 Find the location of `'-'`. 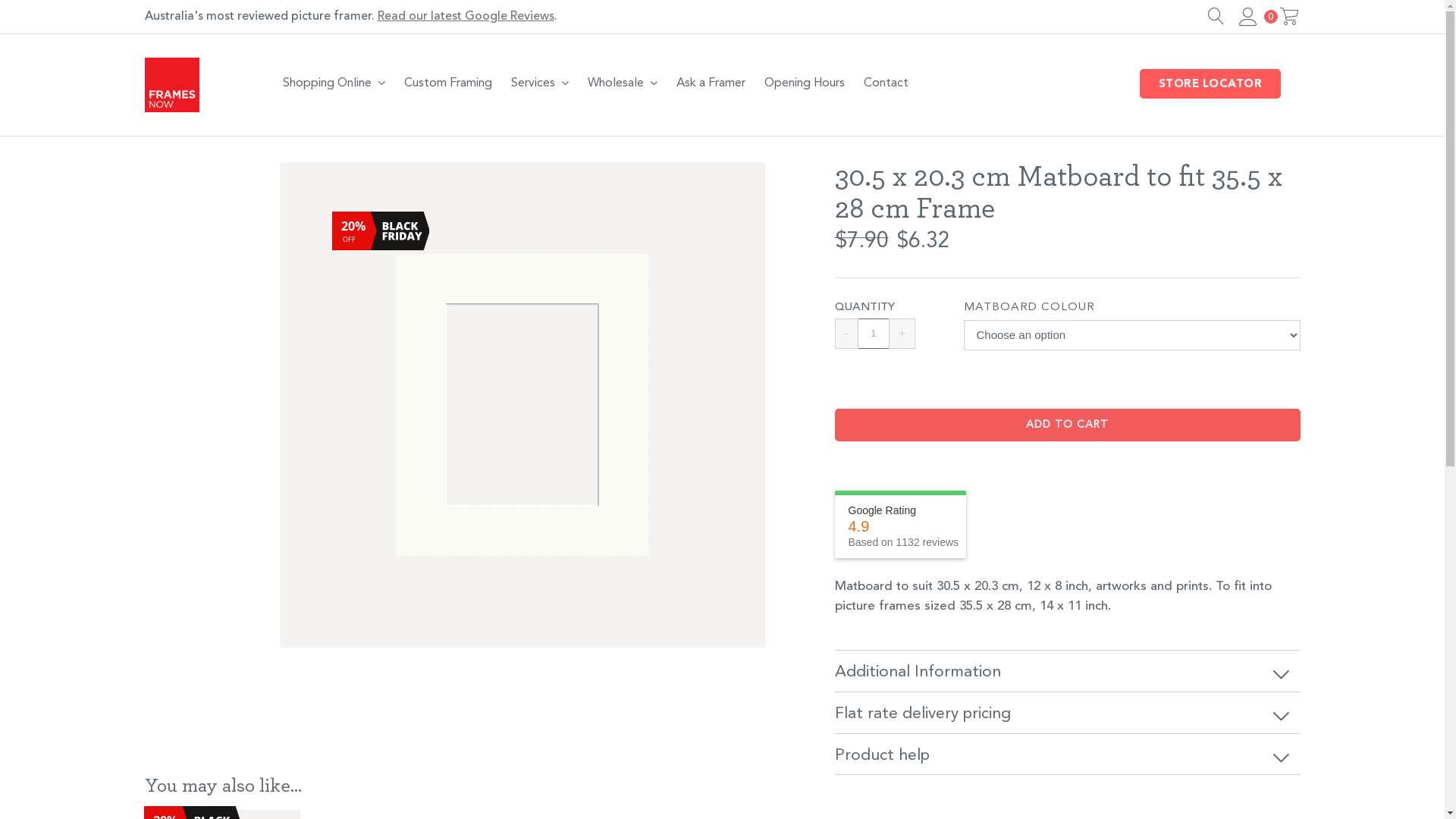

'-' is located at coordinates (845, 332).